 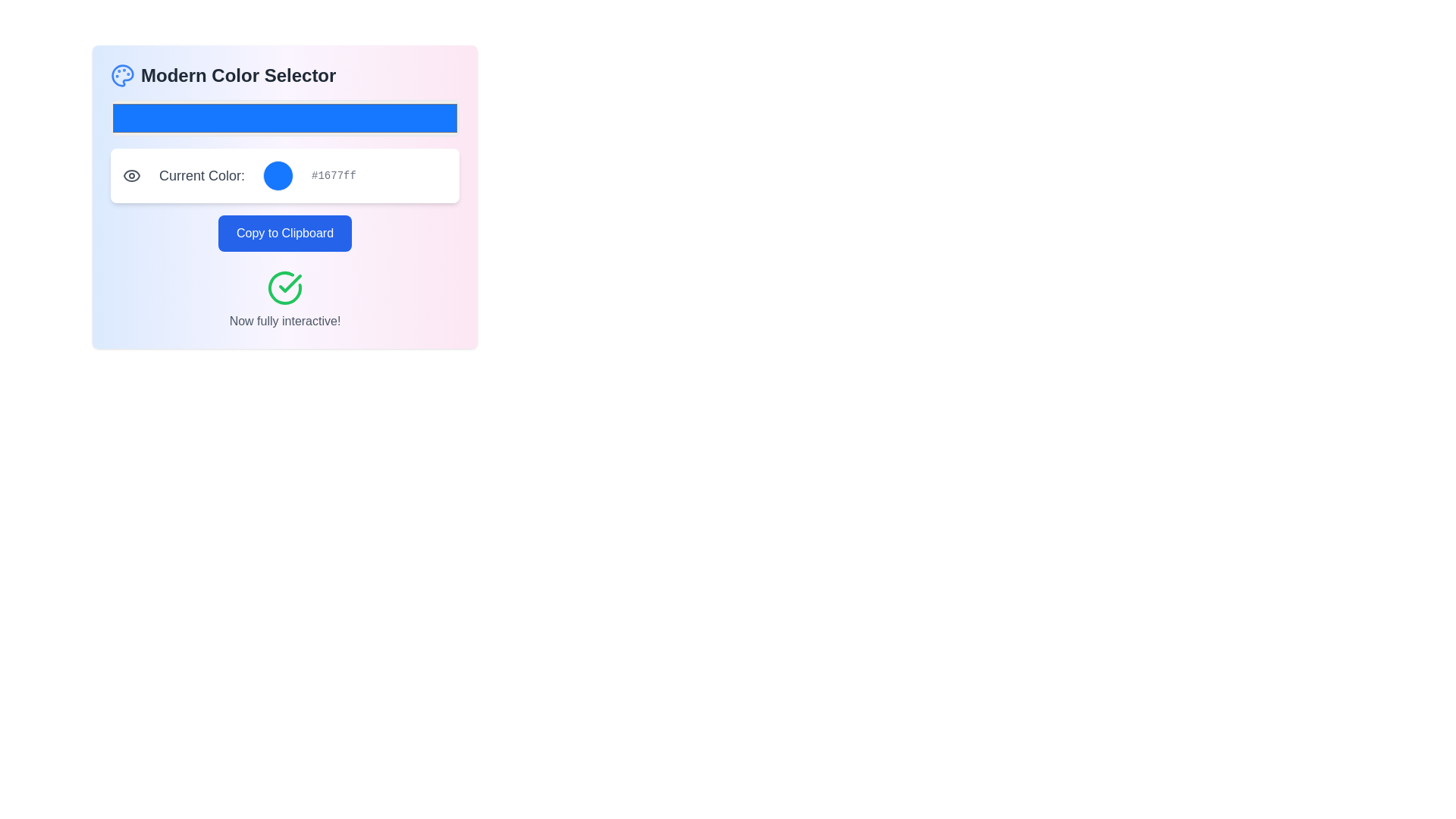 I want to click on blue palette-shaped icon located at the leftmost side of the header of the 'Modern Color Selector' panel, which aligns with the text 'Modern Color Selector', so click(x=123, y=76).